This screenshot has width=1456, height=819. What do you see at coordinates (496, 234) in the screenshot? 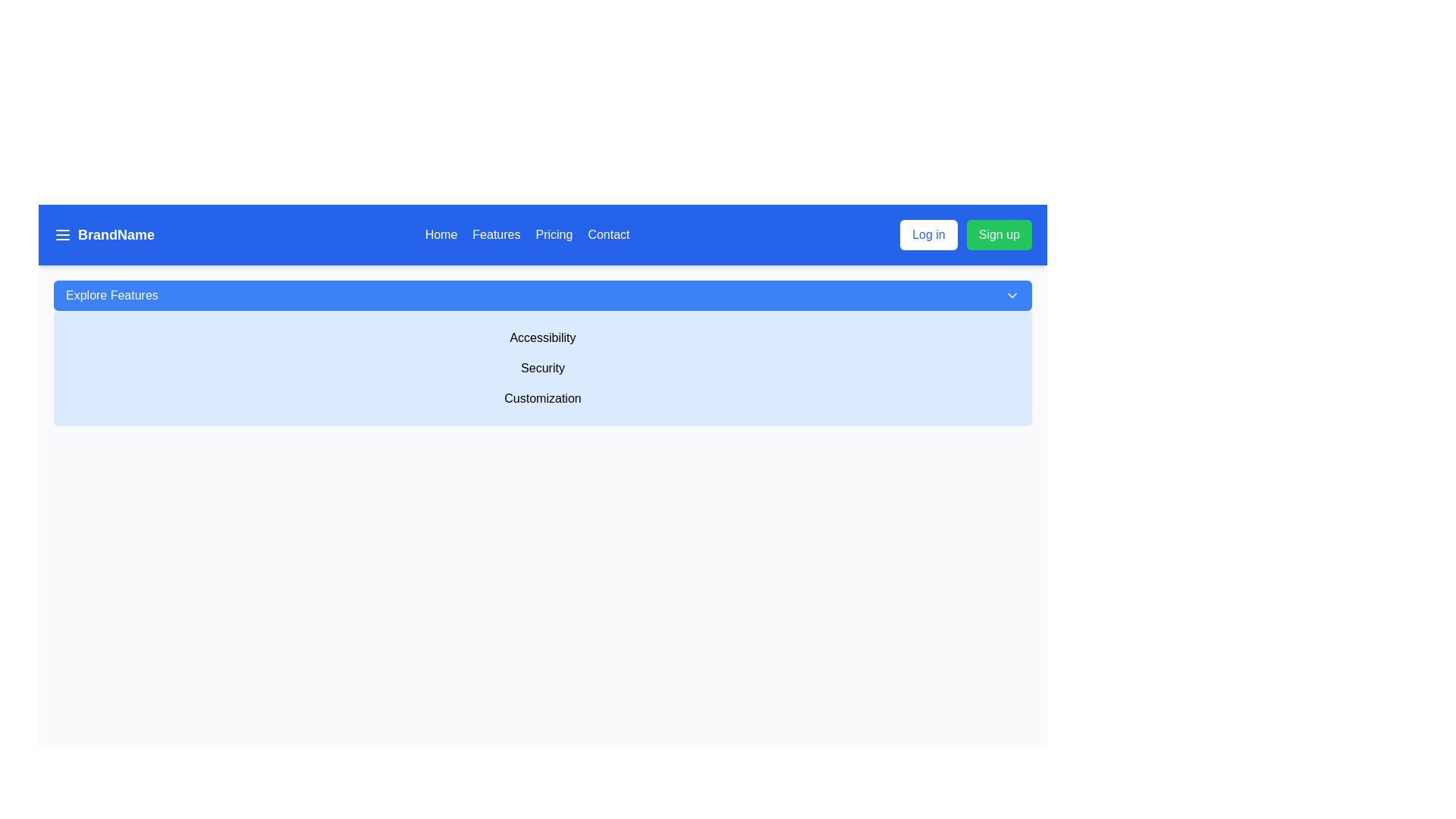
I see `the second item in the navigation menu, labeled 'Features', which is located between 'Home' and 'Pricing'` at bounding box center [496, 234].